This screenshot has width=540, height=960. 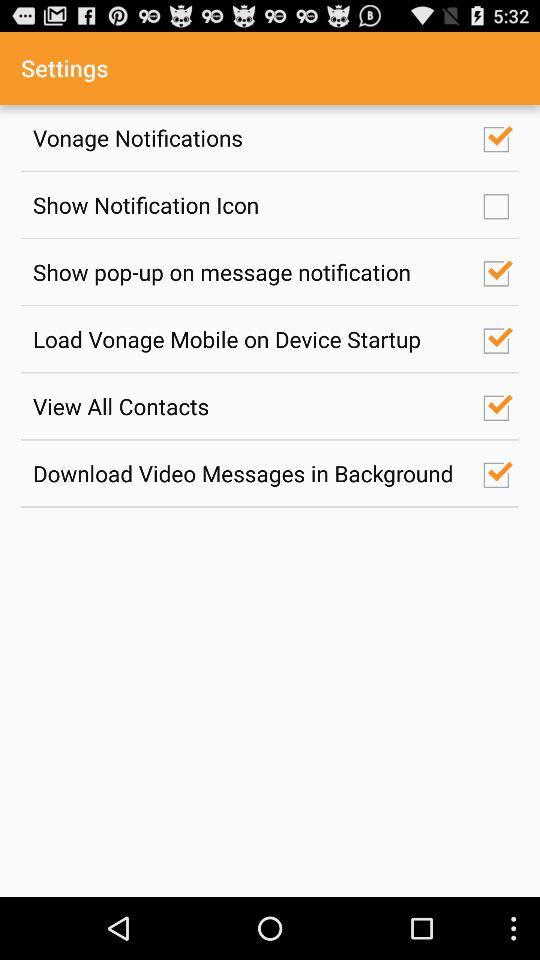 I want to click on icon below the show notification icon item, so click(x=247, y=271).